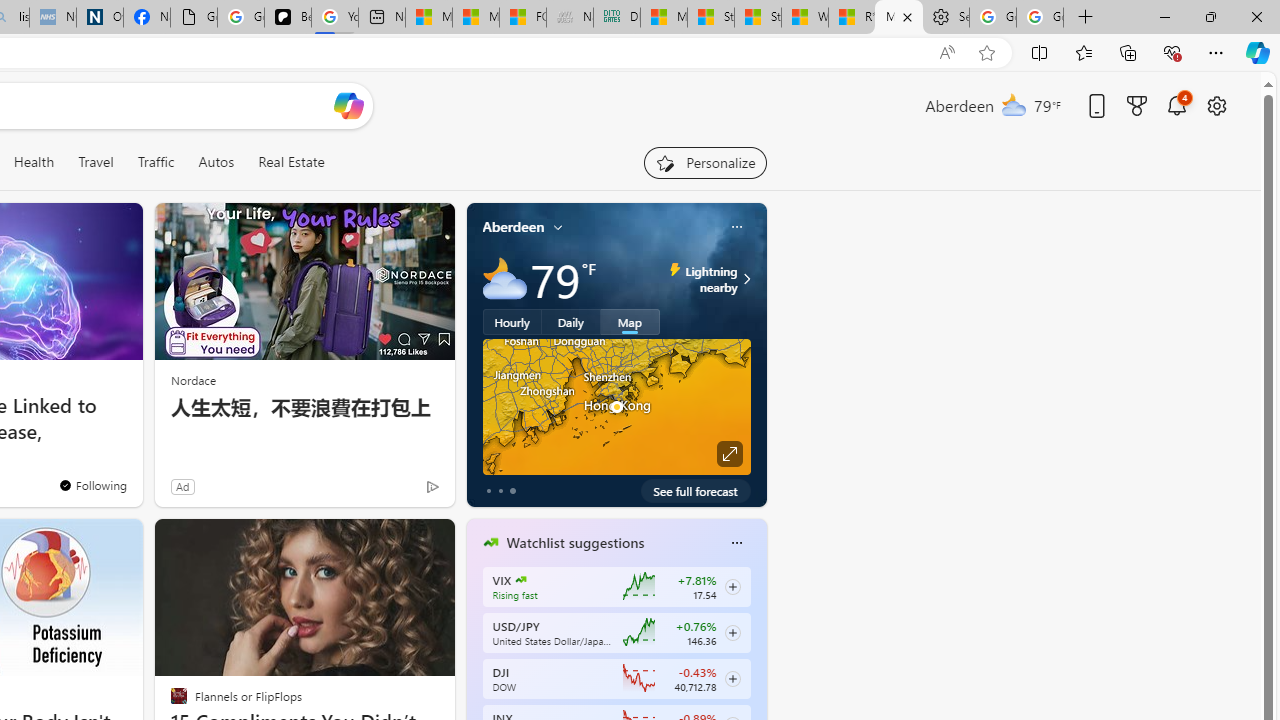  What do you see at coordinates (500, 491) in the screenshot?
I see `'tab-1'` at bounding box center [500, 491].